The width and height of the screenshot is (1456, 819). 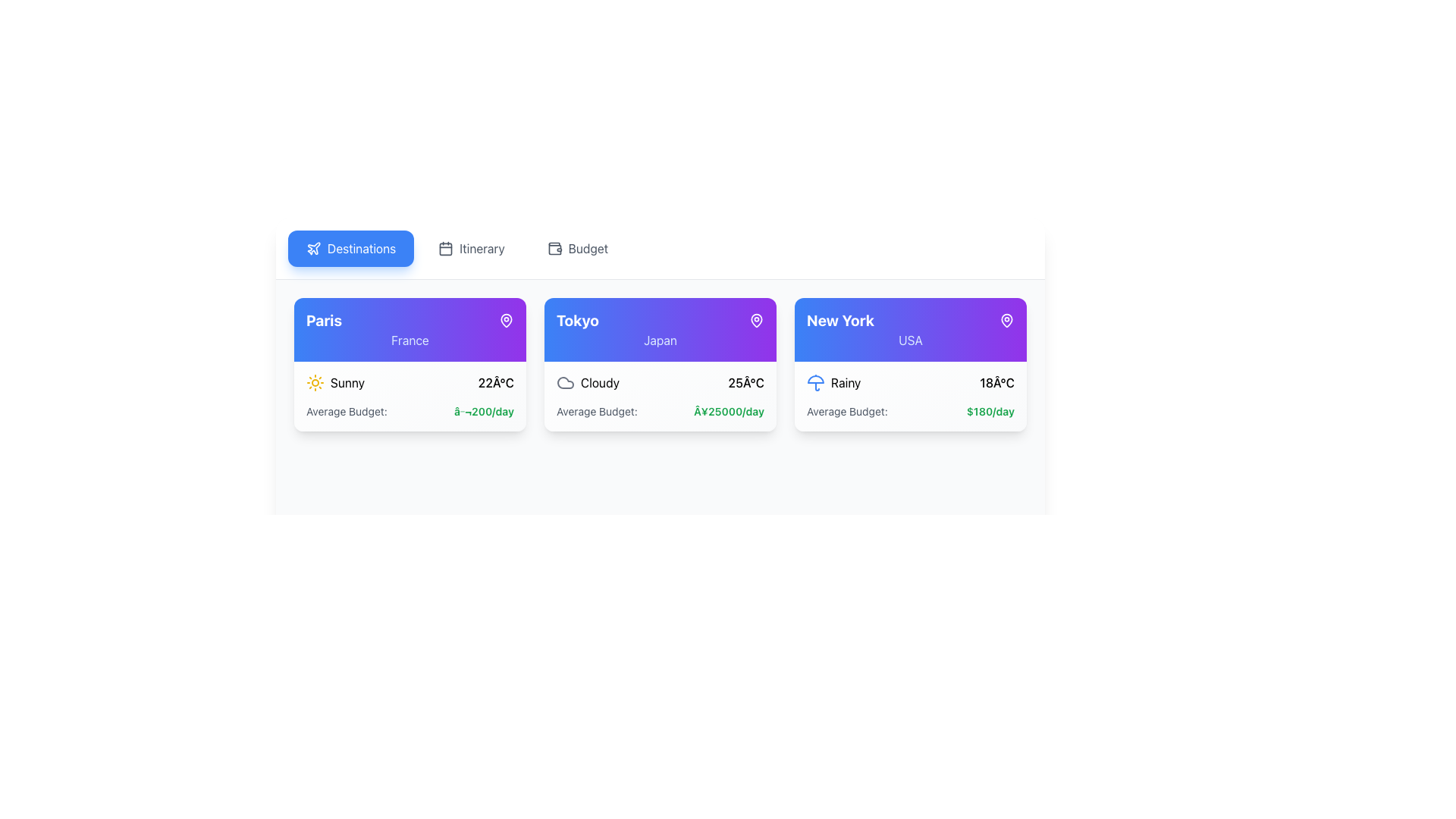 I want to click on the map pin icon, which is a white, hollow SVG graphic located in the top-right corner of the 'New York' card, next to the title 'New York', so click(x=1007, y=320).